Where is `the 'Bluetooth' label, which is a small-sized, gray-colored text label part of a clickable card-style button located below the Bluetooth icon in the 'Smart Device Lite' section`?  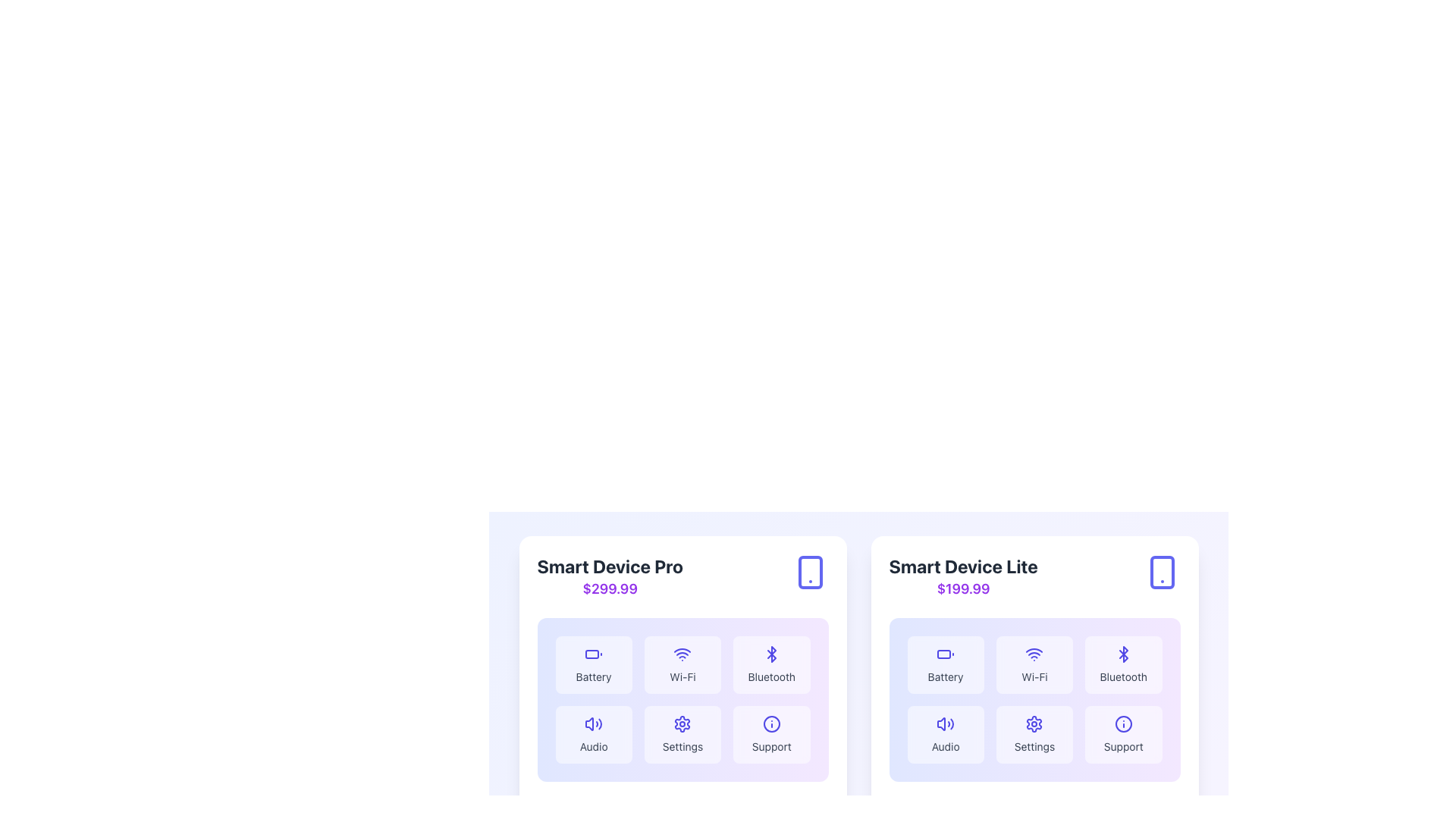
the 'Bluetooth' label, which is a small-sized, gray-colored text label part of a clickable card-style button located below the Bluetooth icon in the 'Smart Device Lite' section is located at coordinates (1123, 676).